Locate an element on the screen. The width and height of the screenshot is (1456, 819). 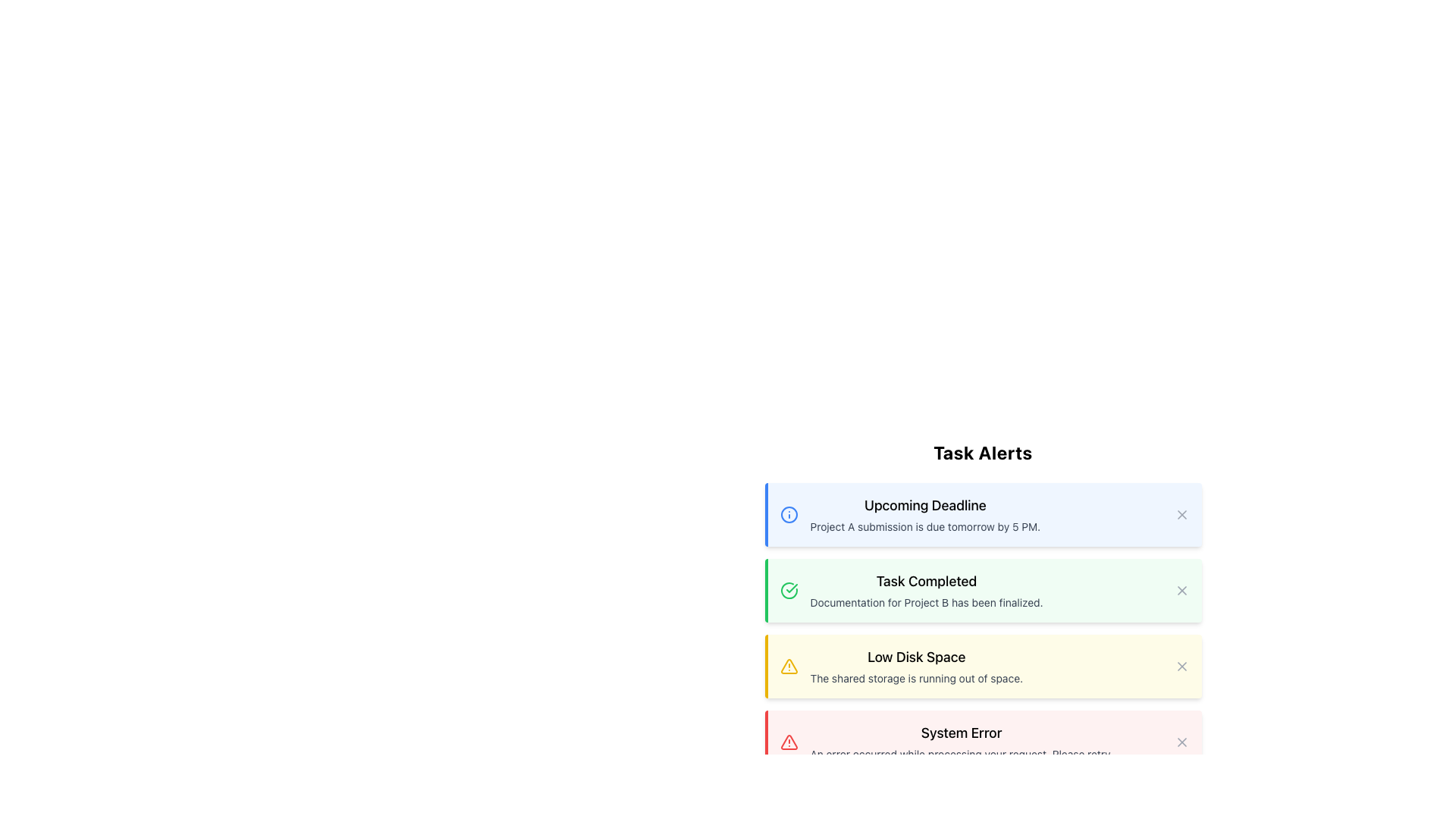
the Notification block that informs about the completion of the task related to Project B is located at coordinates (983, 607).